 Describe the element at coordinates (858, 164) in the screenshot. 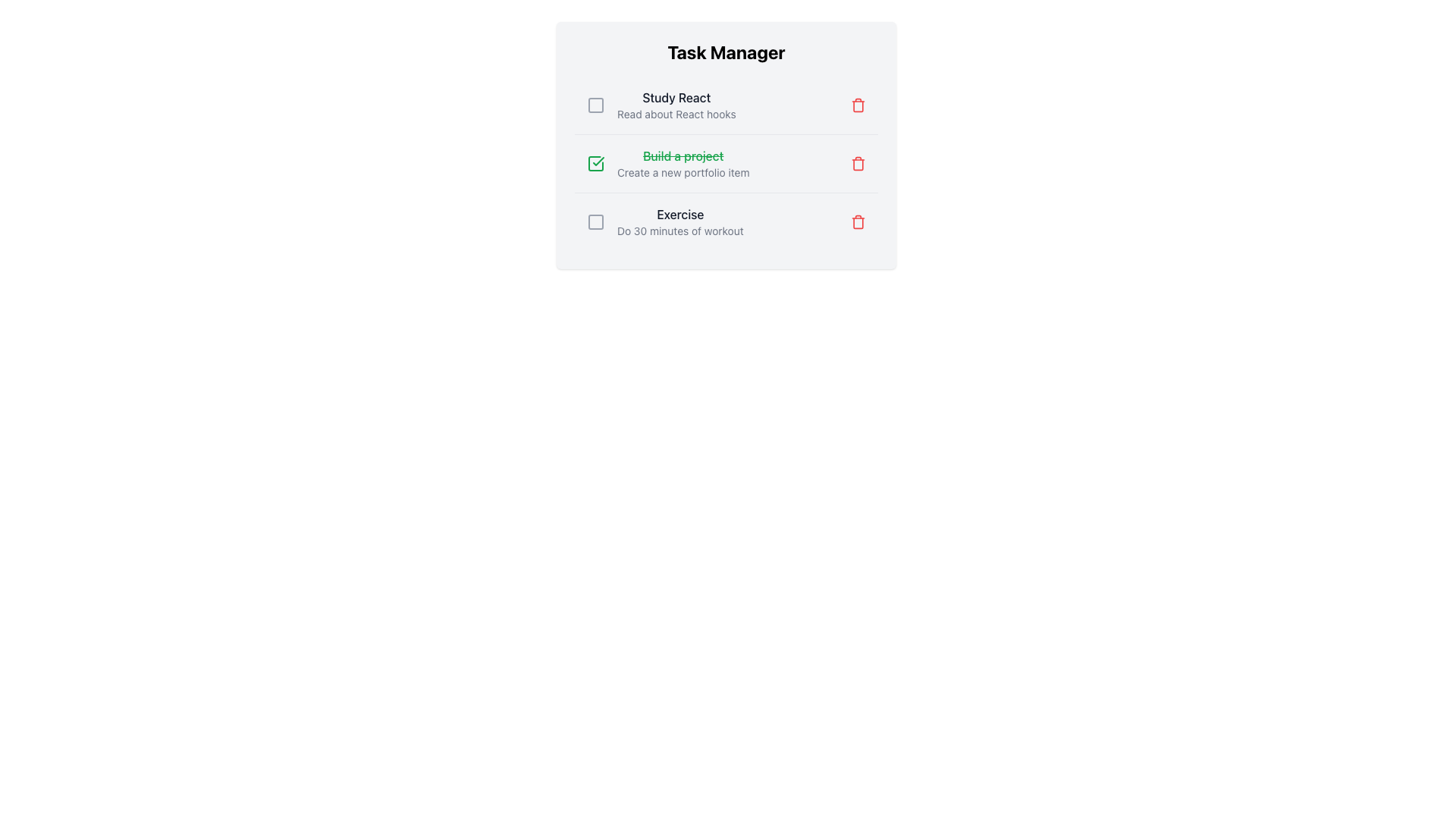

I see `the red trash icon button located to the right of the 'Build a project' task` at that location.